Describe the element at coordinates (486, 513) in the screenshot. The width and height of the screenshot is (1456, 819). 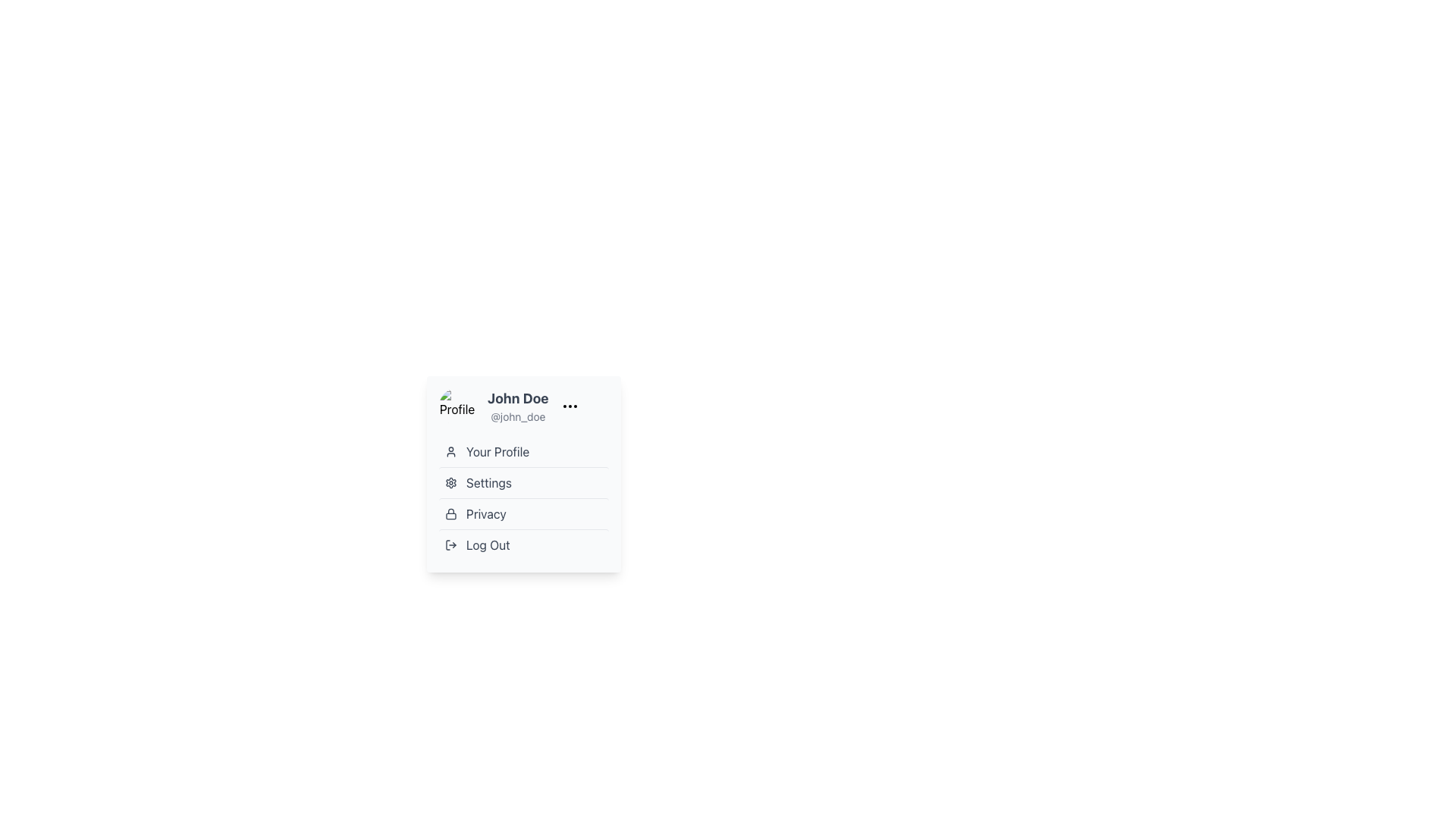
I see `the 'Privacy' text label, which is the third item in a vertical list of a dropdown menu, positioned below 'Settings' and above 'Log Out'` at that location.